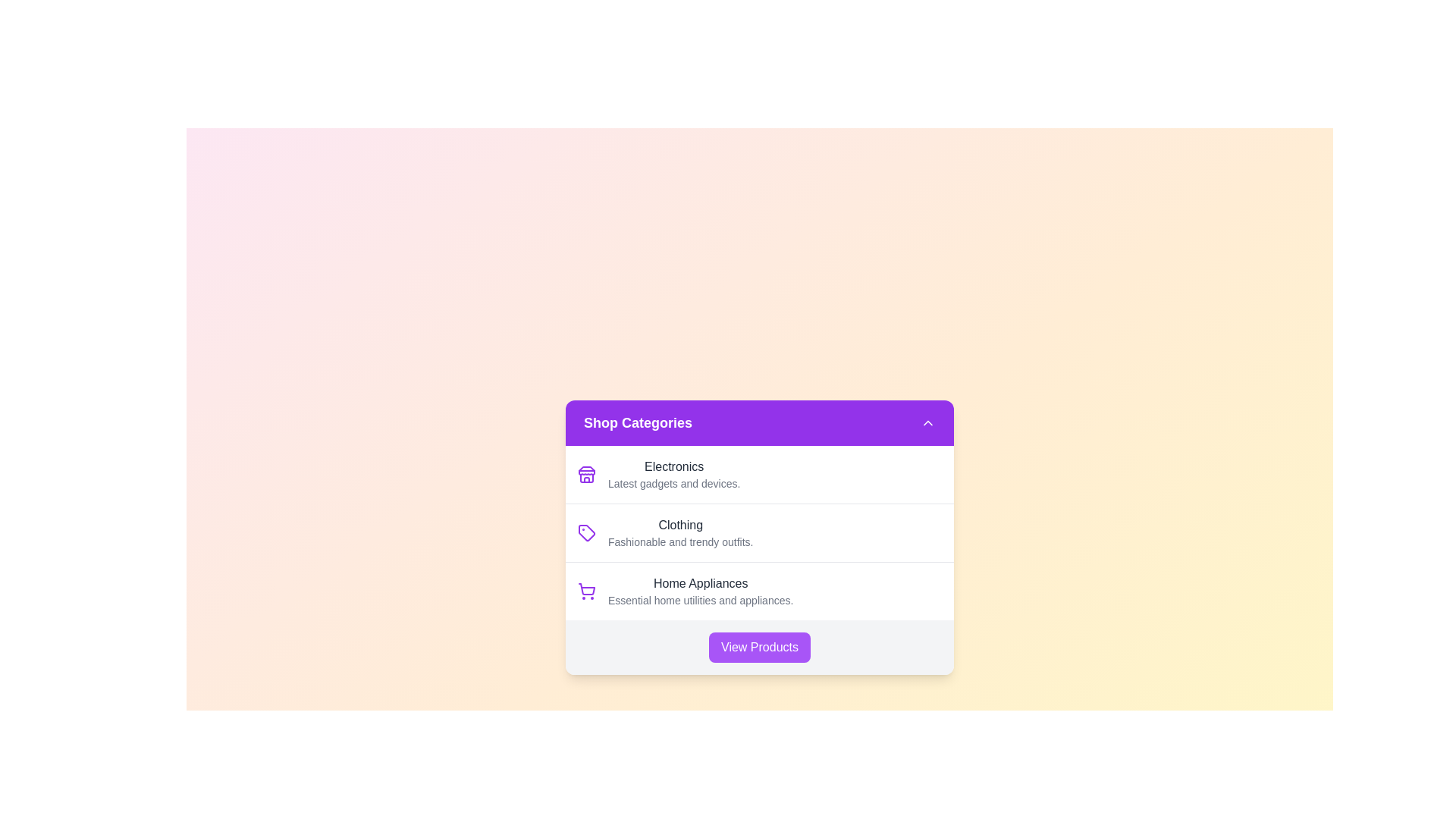 This screenshot has width=1456, height=819. Describe the element at coordinates (760, 590) in the screenshot. I see `the category item labeled Home Appliances to highlight it` at that location.